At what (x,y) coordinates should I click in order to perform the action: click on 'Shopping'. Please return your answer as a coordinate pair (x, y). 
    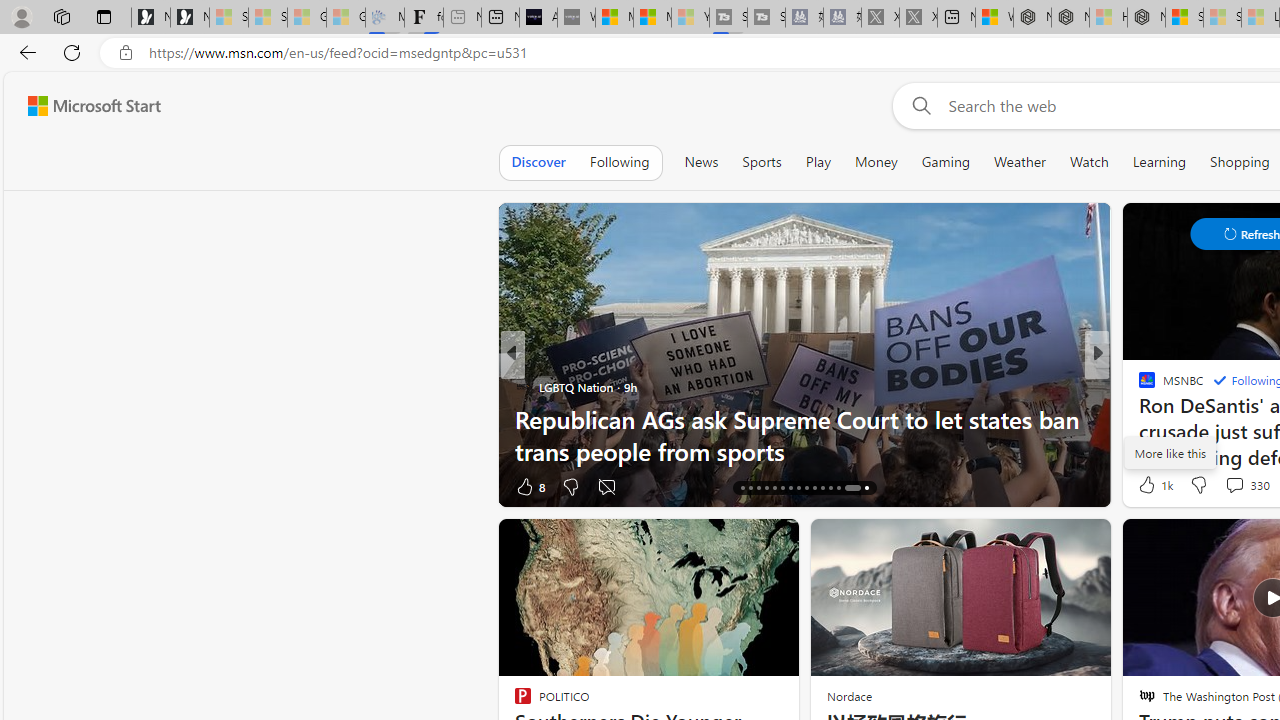
    Looking at the image, I should click on (1239, 161).